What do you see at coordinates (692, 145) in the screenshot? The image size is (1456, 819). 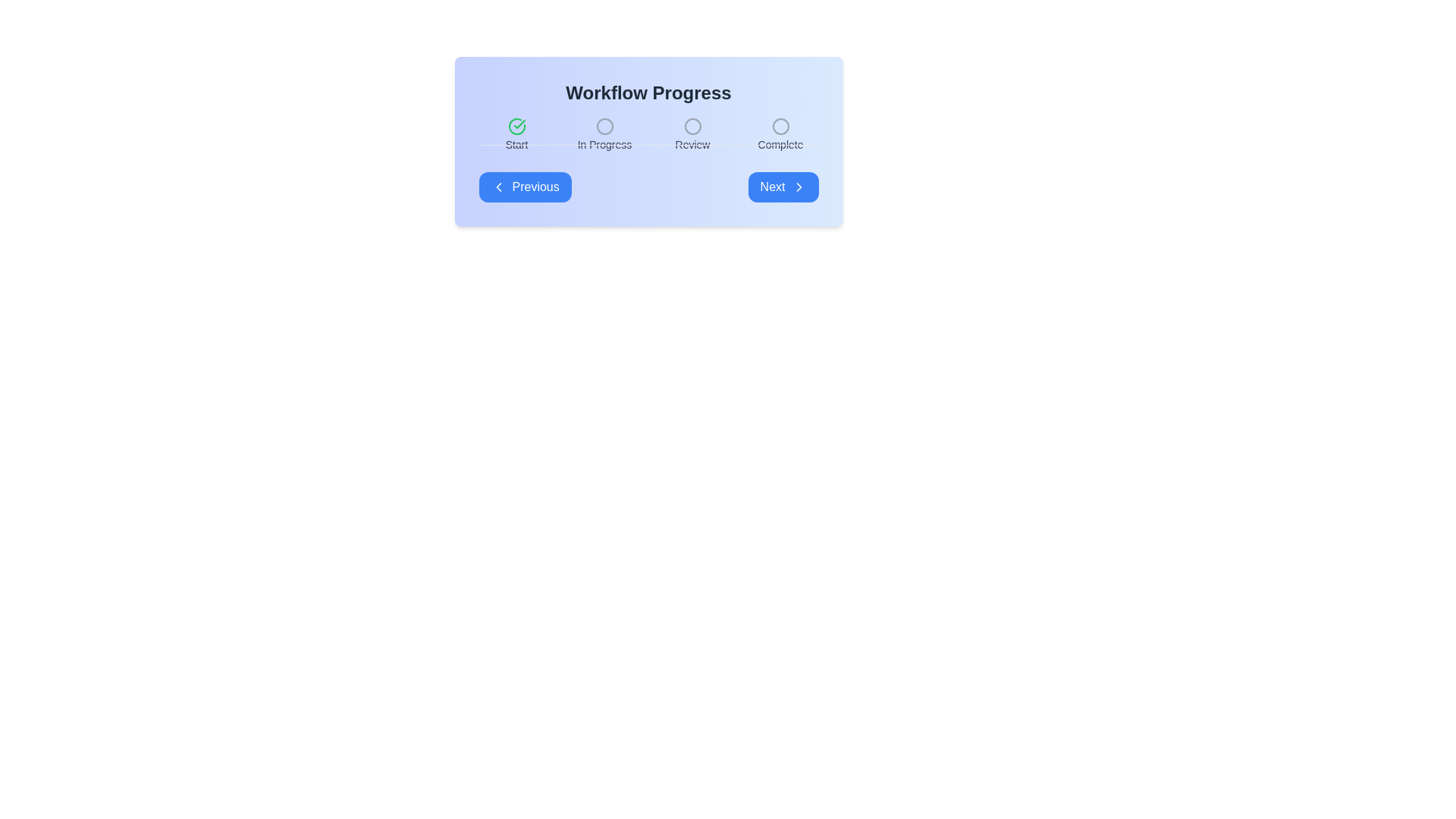 I see `the 'Review' text label, which is the third in a sequence of milestone indicators, positioned beneath an inactive circular icon` at bounding box center [692, 145].